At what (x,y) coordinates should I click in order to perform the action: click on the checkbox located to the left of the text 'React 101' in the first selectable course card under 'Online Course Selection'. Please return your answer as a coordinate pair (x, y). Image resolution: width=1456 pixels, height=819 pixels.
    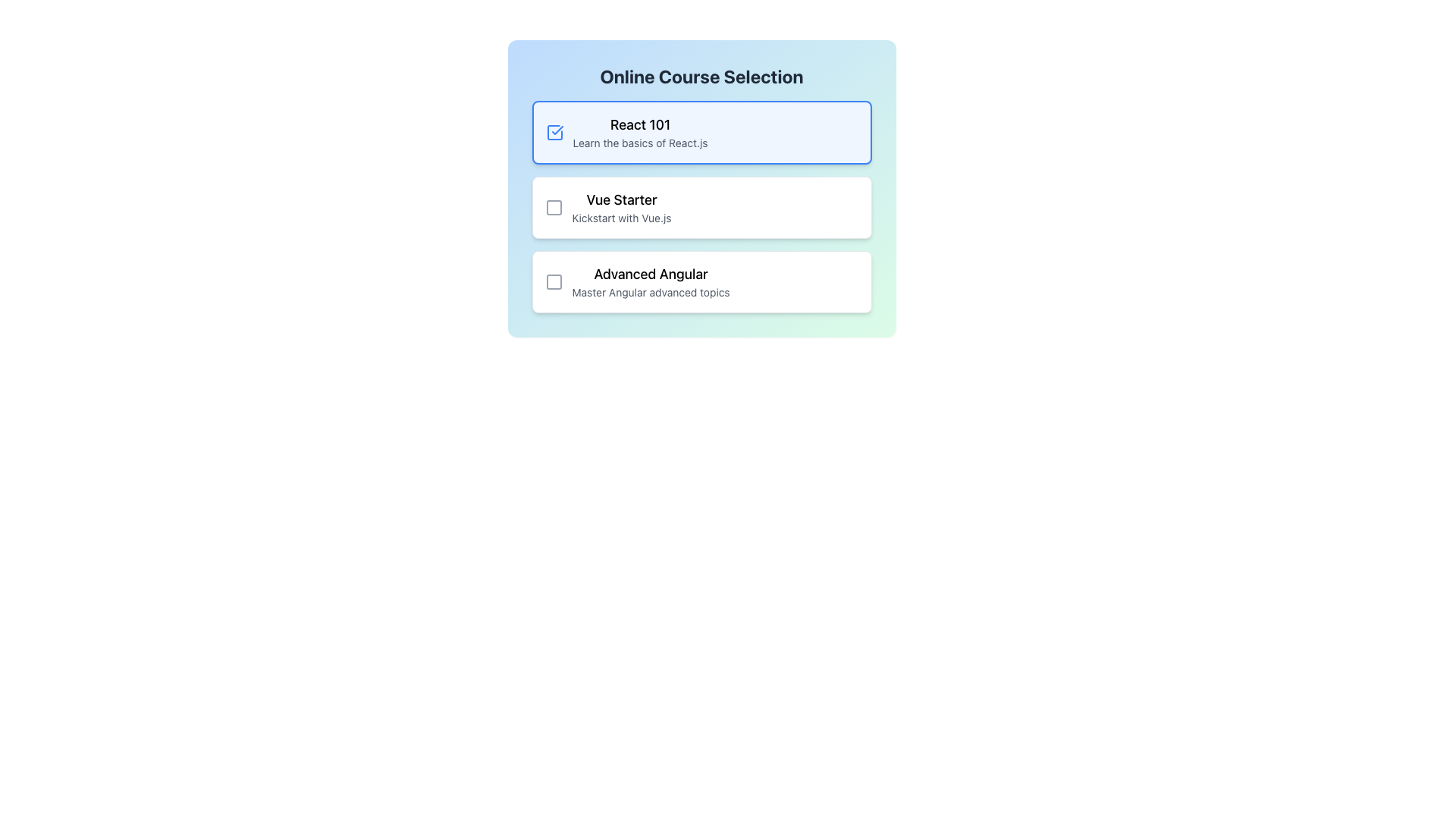
    Looking at the image, I should click on (554, 131).